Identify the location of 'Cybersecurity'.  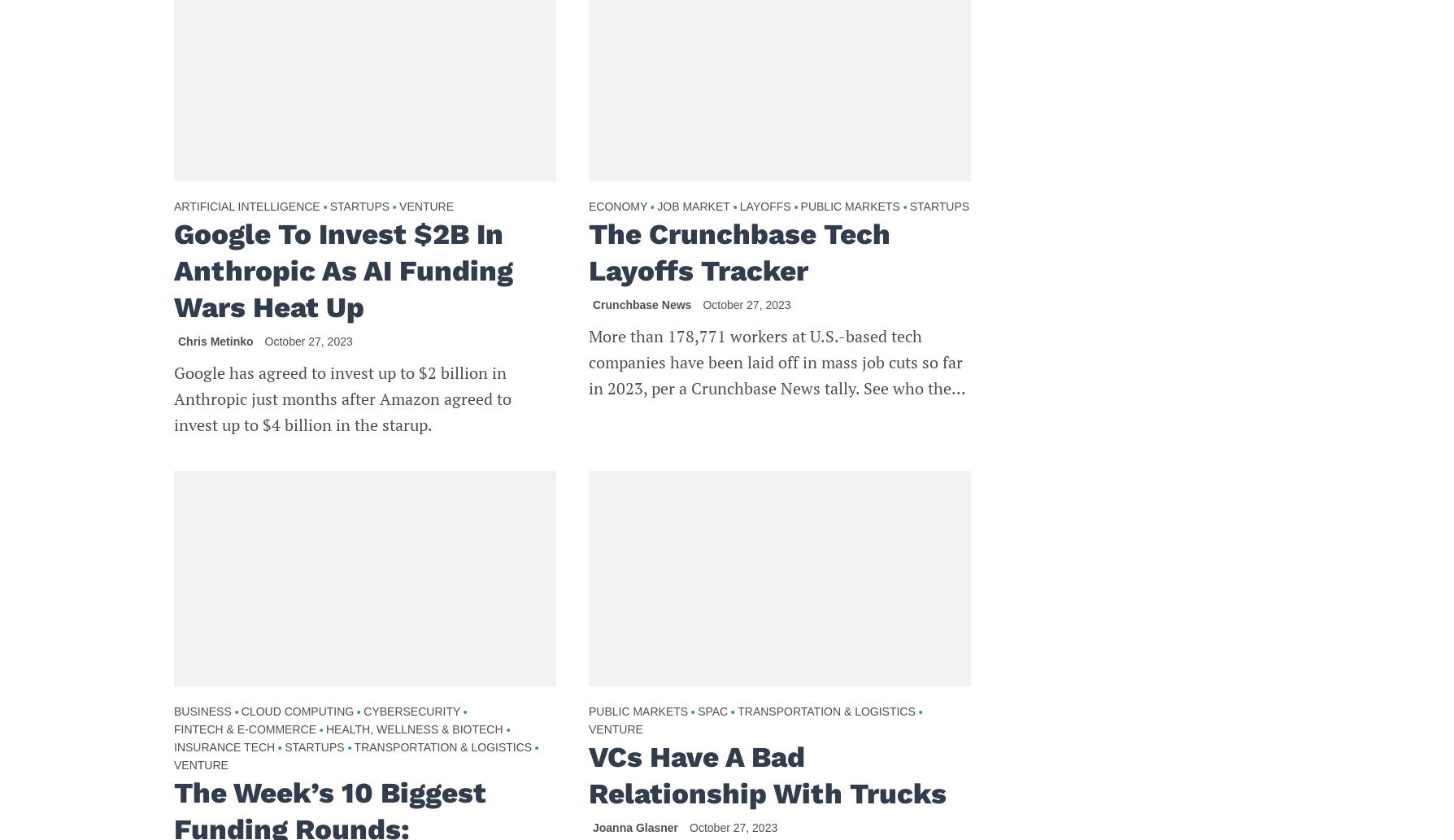
(363, 710).